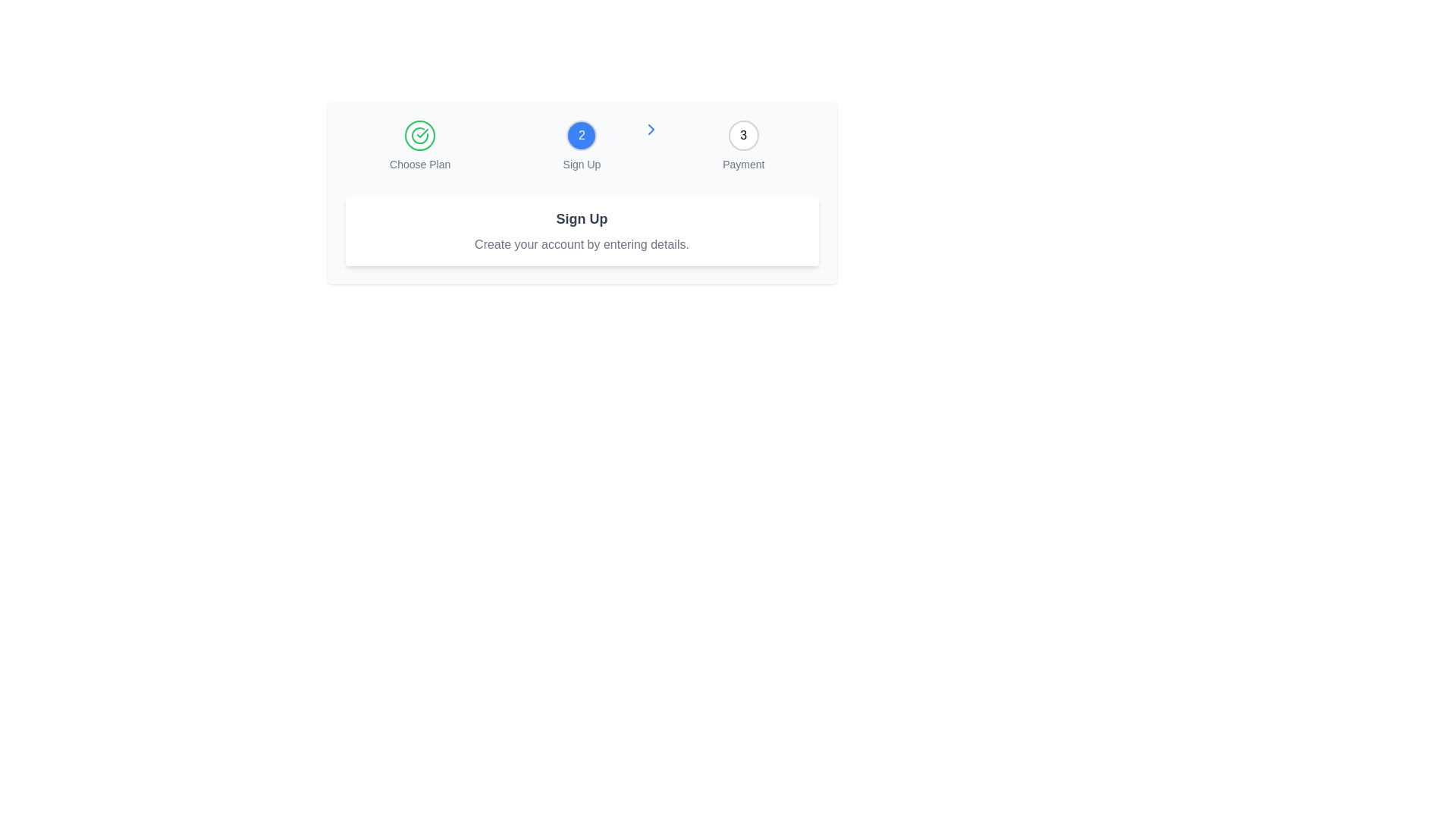 The width and height of the screenshot is (1456, 819). Describe the element at coordinates (581, 146) in the screenshot. I see `the Step Indicator with Navigation Icon` at that location.